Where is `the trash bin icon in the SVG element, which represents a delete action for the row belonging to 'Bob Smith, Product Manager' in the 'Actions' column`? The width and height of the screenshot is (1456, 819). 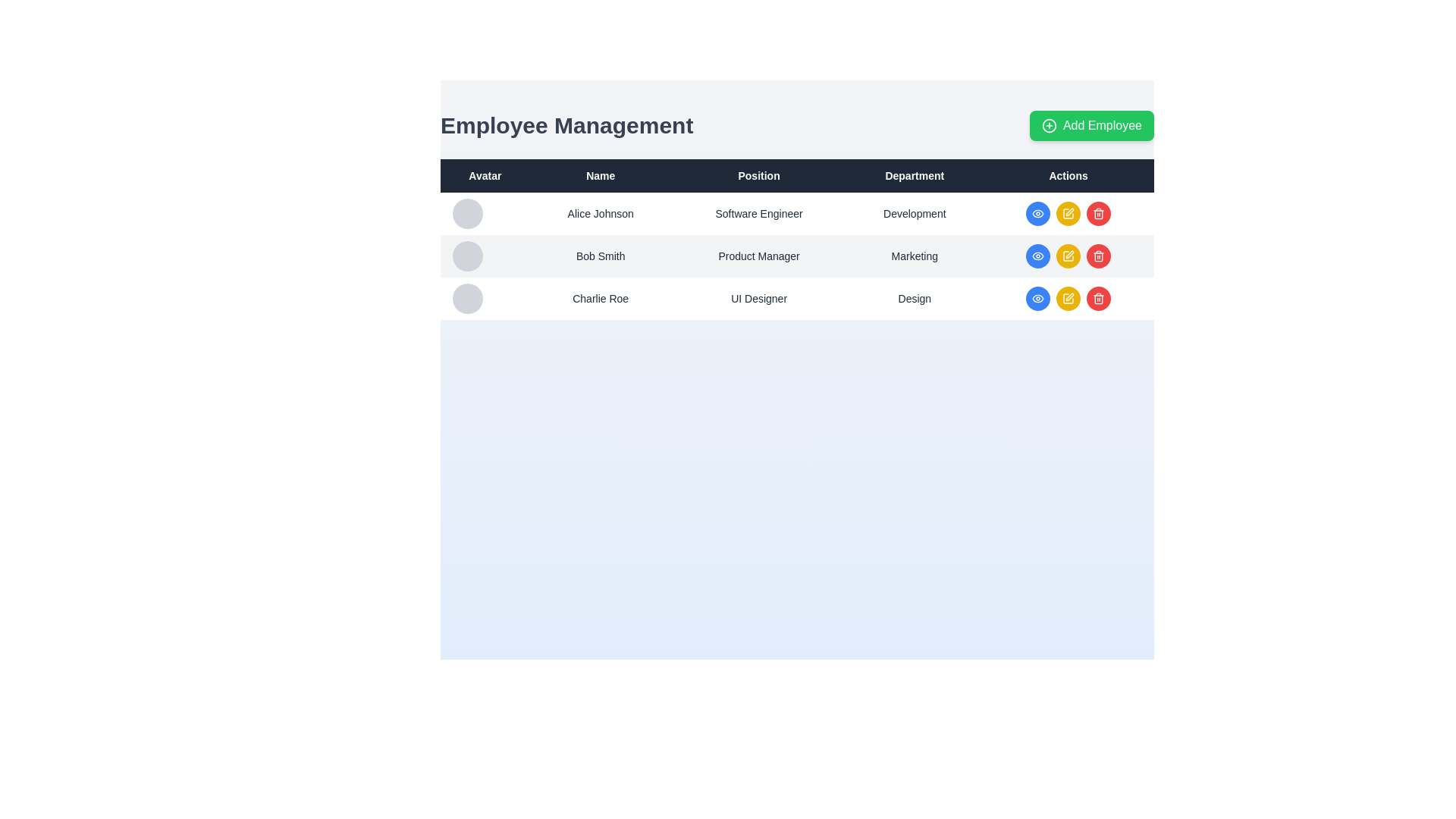 the trash bin icon in the SVG element, which represents a delete action for the row belonging to 'Bob Smith, Product Manager' in the 'Actions' column is located at coordinates (1099, 300).